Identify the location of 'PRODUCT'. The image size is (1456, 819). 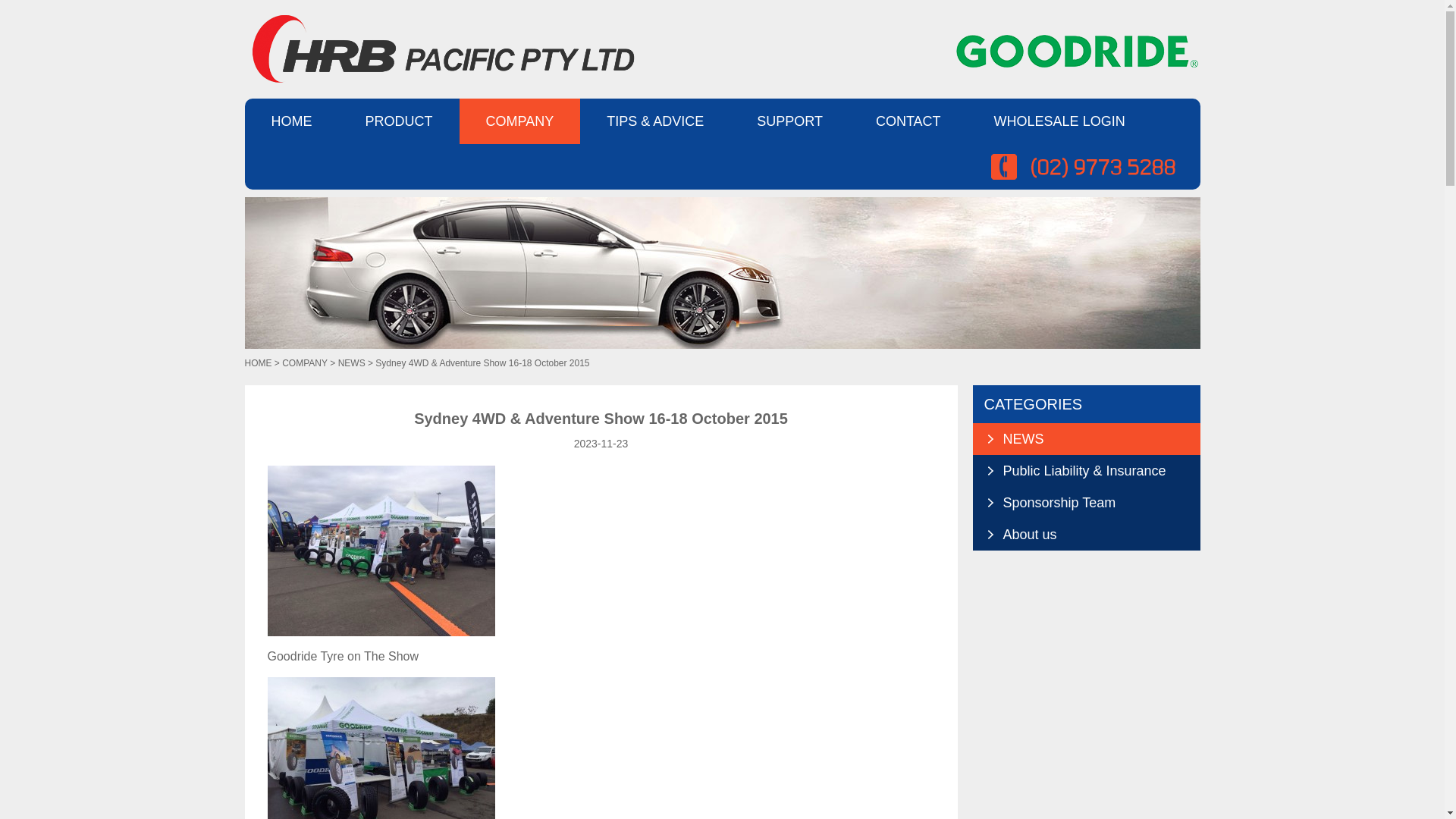
(398, 120).